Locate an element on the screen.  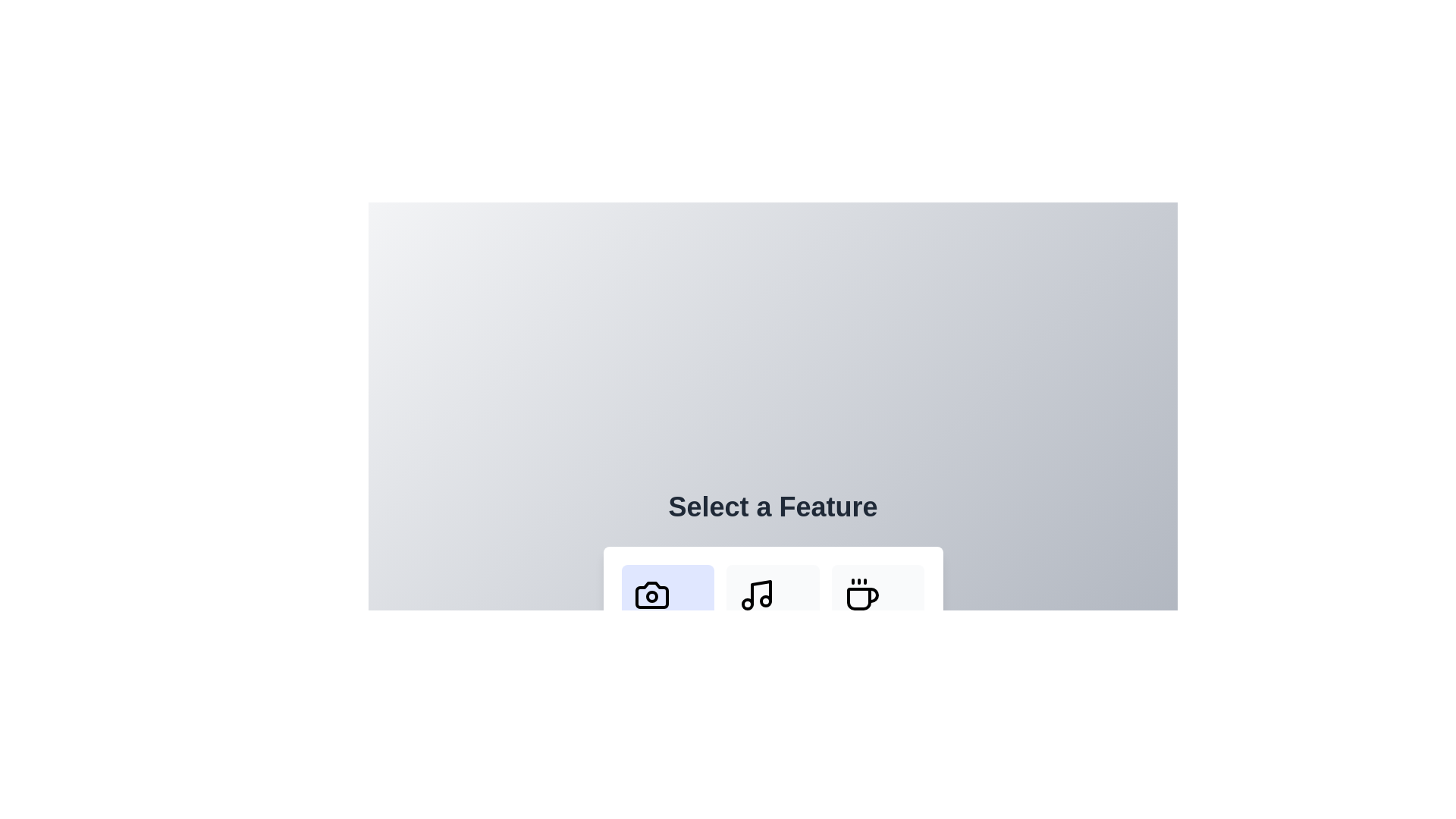
the 'Photography' category button, which is the leftmost option in a group of three at the bottom center of the application interface is located at coordinates (667, 607).